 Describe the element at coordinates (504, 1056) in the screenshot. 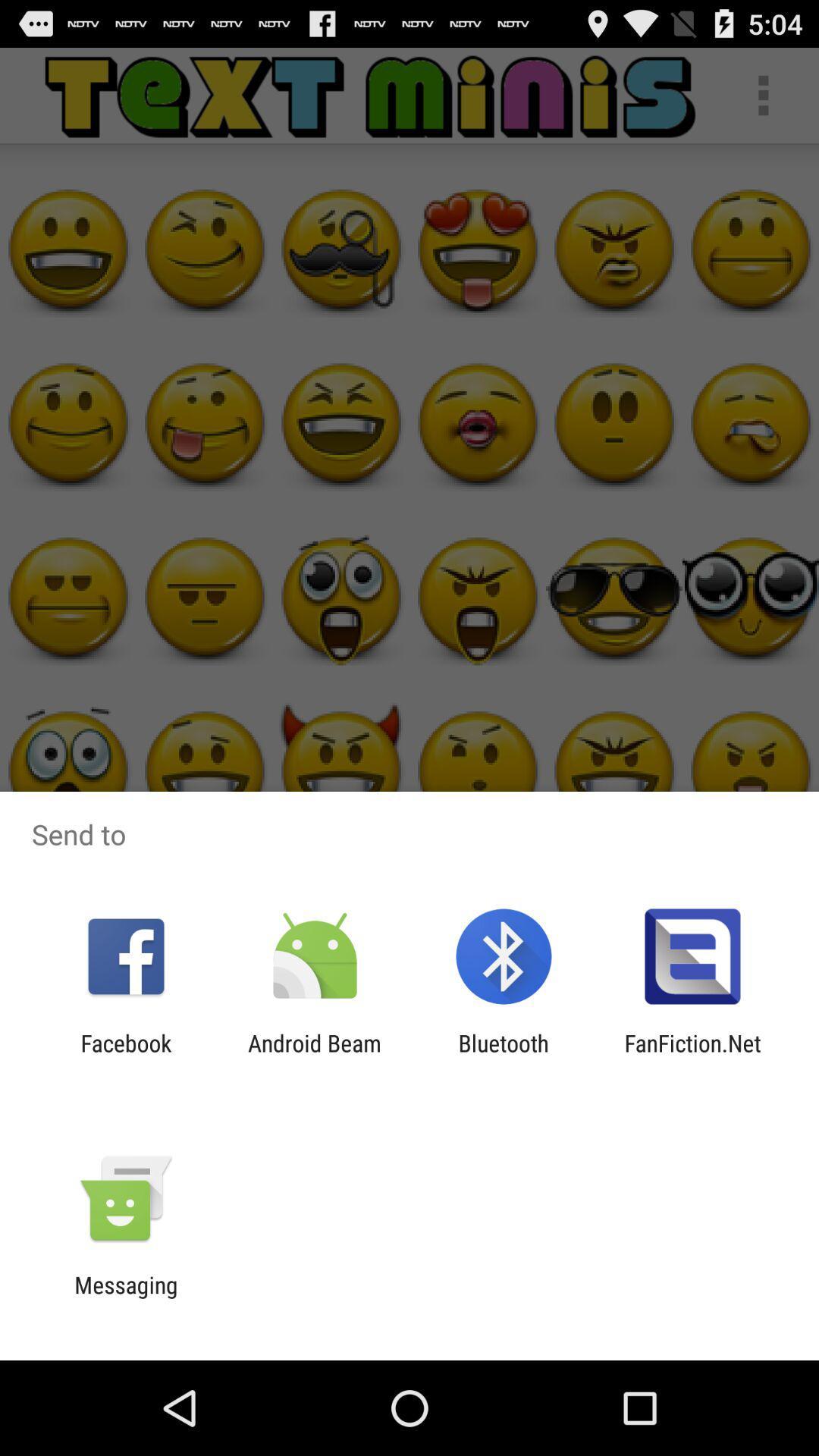

I see `the icon to the left of fanfiction.net item` at that location.